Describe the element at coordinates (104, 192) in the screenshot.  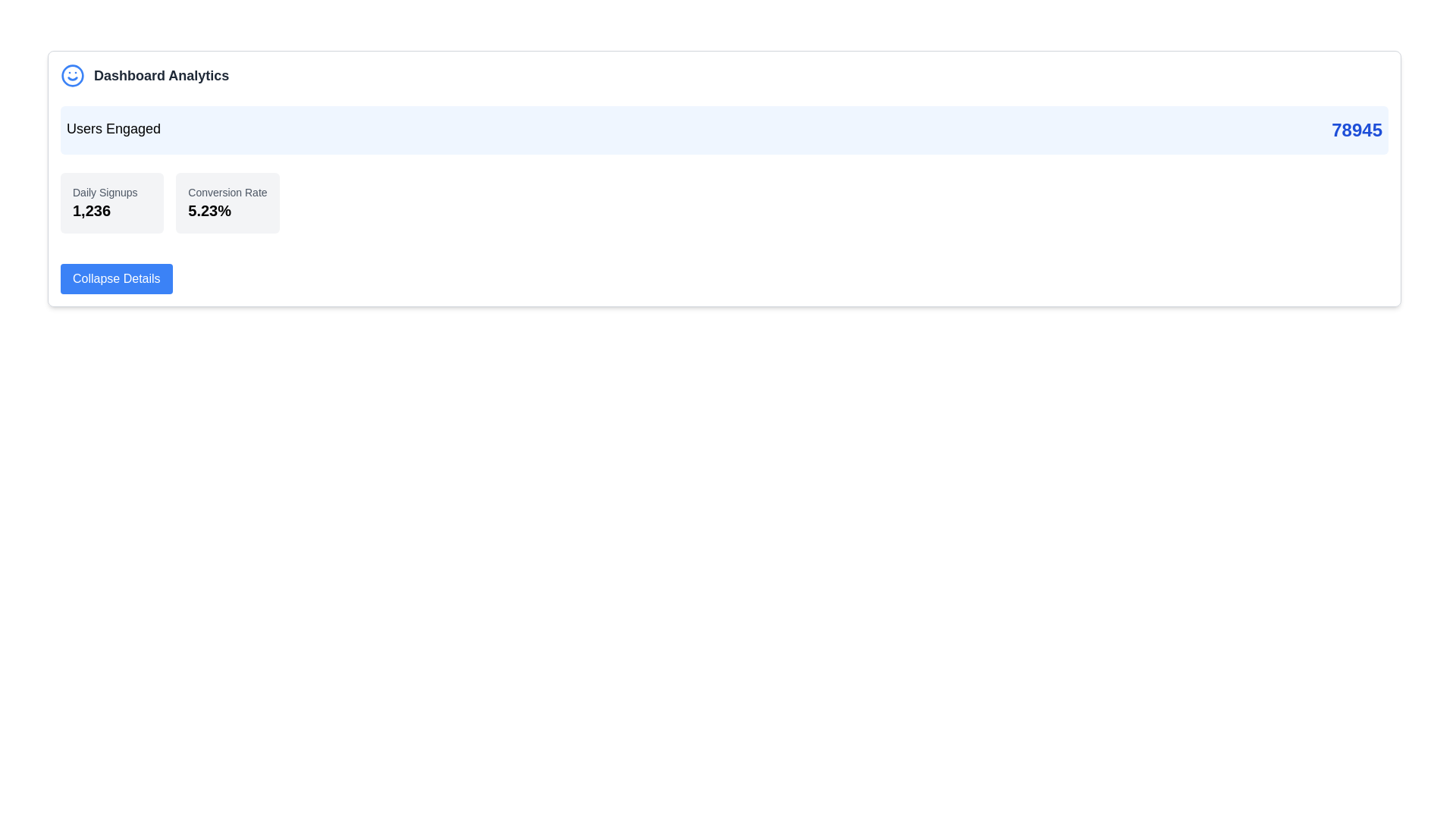
I see `the static text label indicating the value '1,236', which serves as a descriptor for daily signups` at that location.